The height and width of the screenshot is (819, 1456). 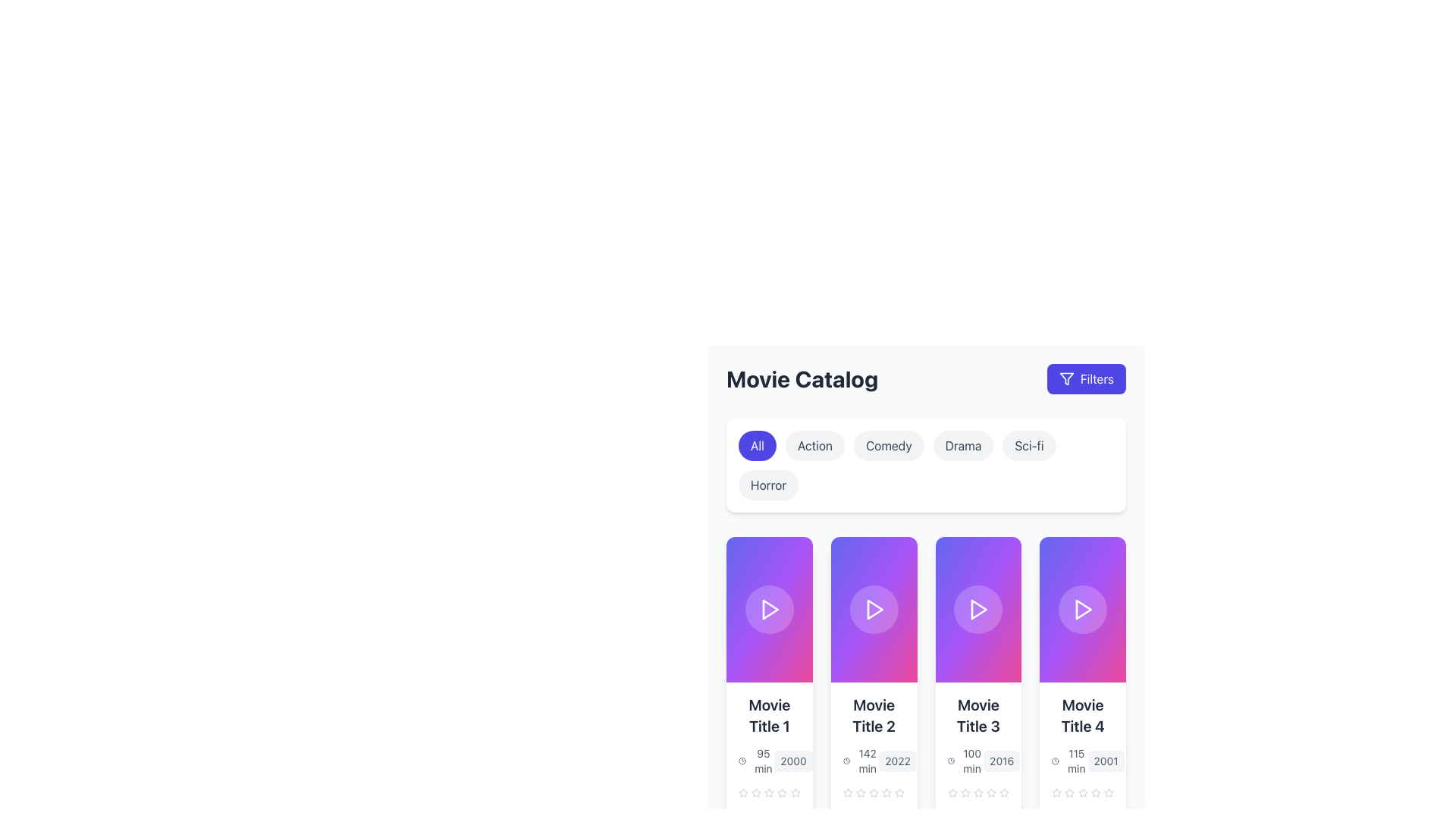 I want to click on the first rating star icon for 'Movie Title 3' to prepare for interaction, so click(x=991, y=792).